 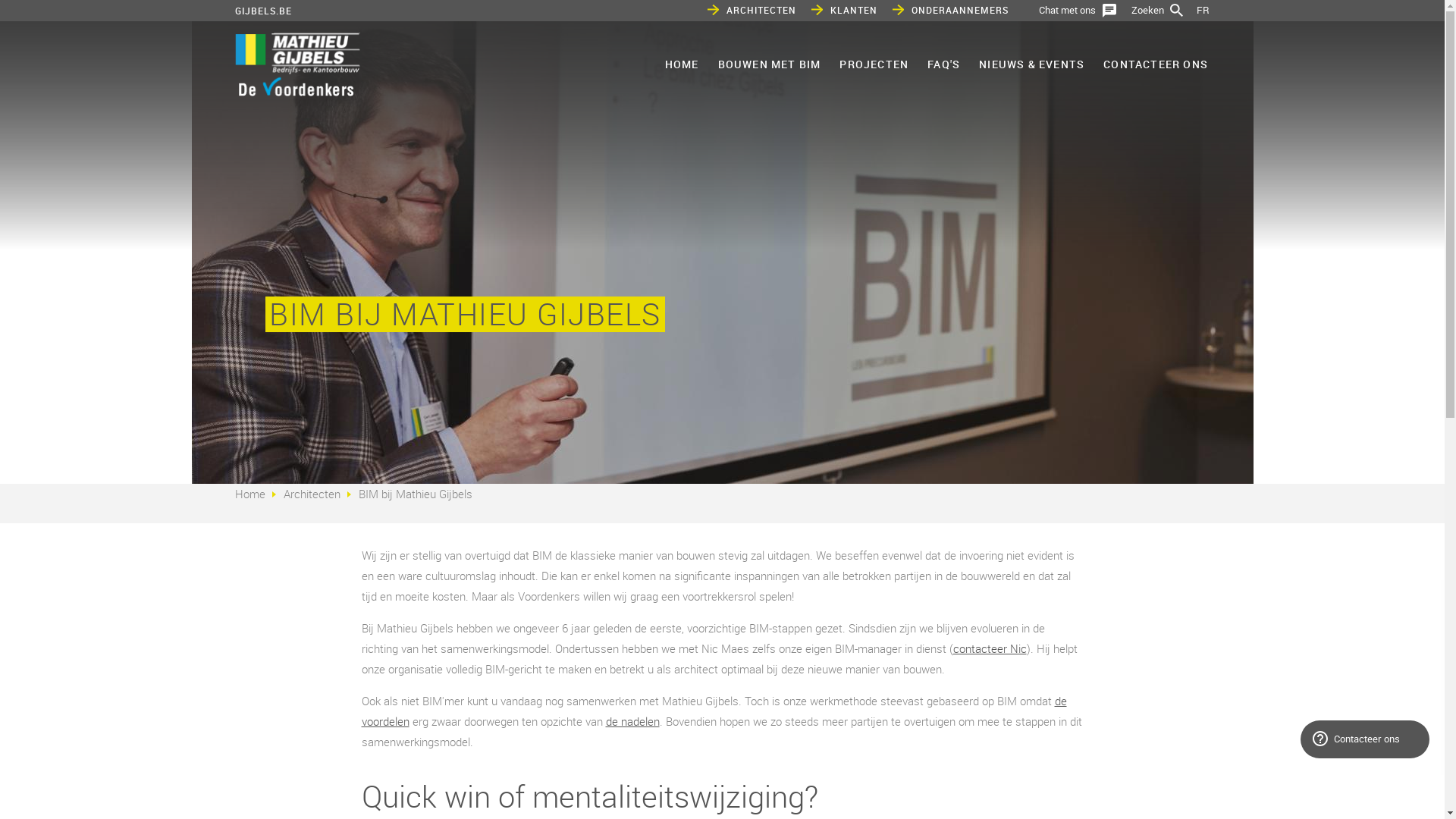 I want to click on 'KLANTEN', so click(x=843, y=10).